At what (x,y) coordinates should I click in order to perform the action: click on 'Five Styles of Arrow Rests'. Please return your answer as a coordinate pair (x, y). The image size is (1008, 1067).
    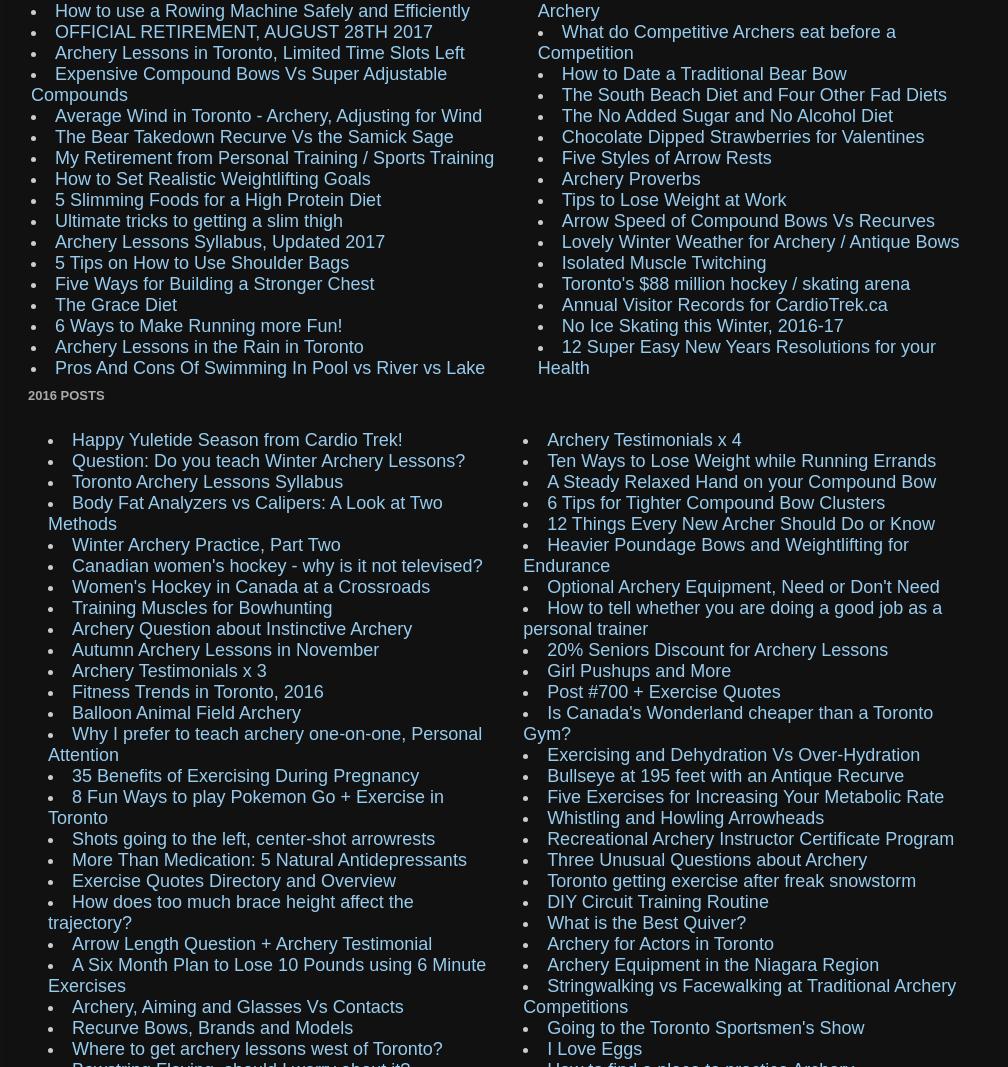
    Looking at the image, I should click on (665, 155).